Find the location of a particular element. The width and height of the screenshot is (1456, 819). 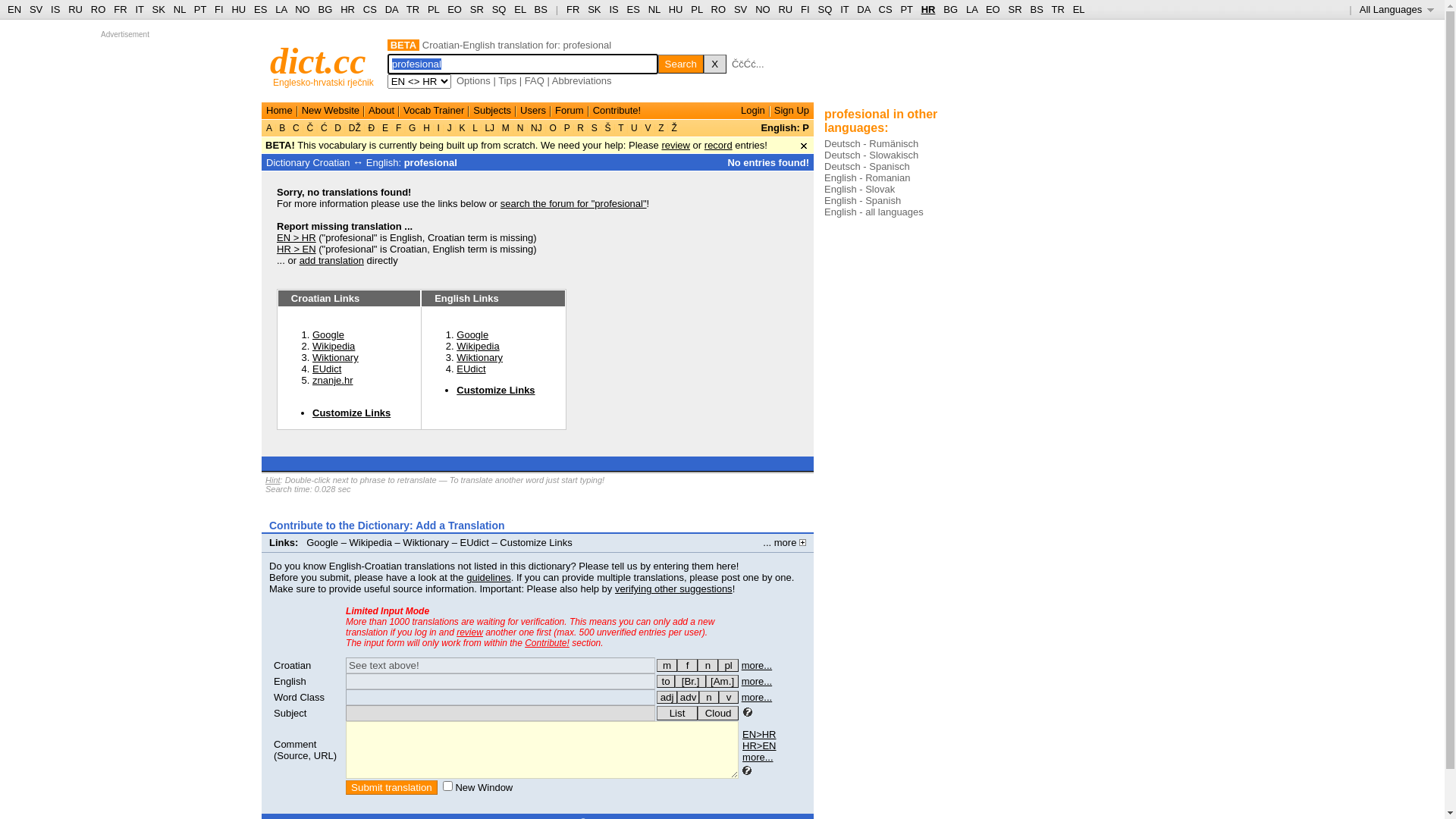

'Contribute to the Dictionary: Add a Translation' is located at coordinates (387, 525).